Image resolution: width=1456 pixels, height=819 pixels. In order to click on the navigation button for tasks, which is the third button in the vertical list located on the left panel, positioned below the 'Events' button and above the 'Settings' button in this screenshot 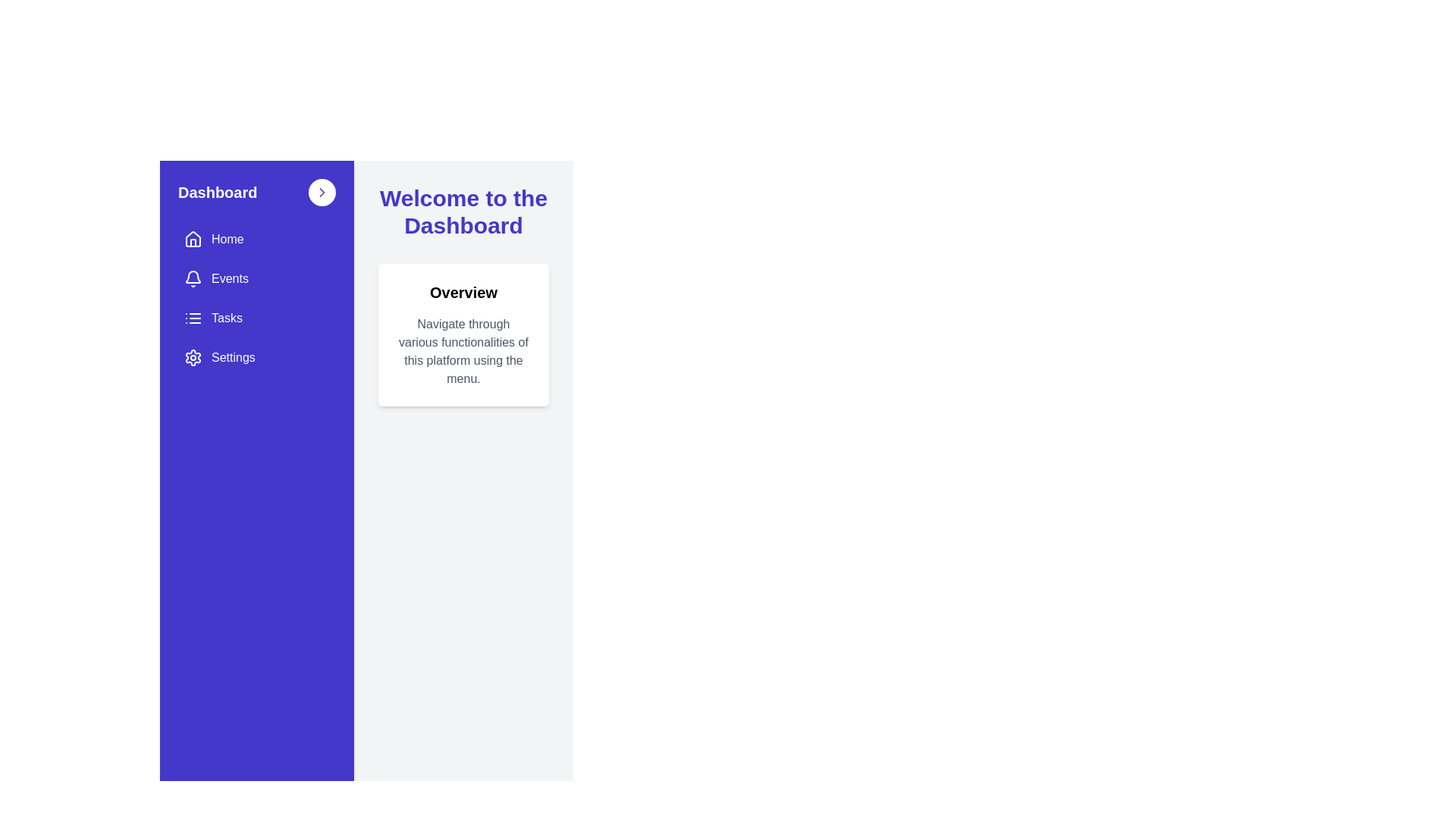, I will do `click(257, 318)`.